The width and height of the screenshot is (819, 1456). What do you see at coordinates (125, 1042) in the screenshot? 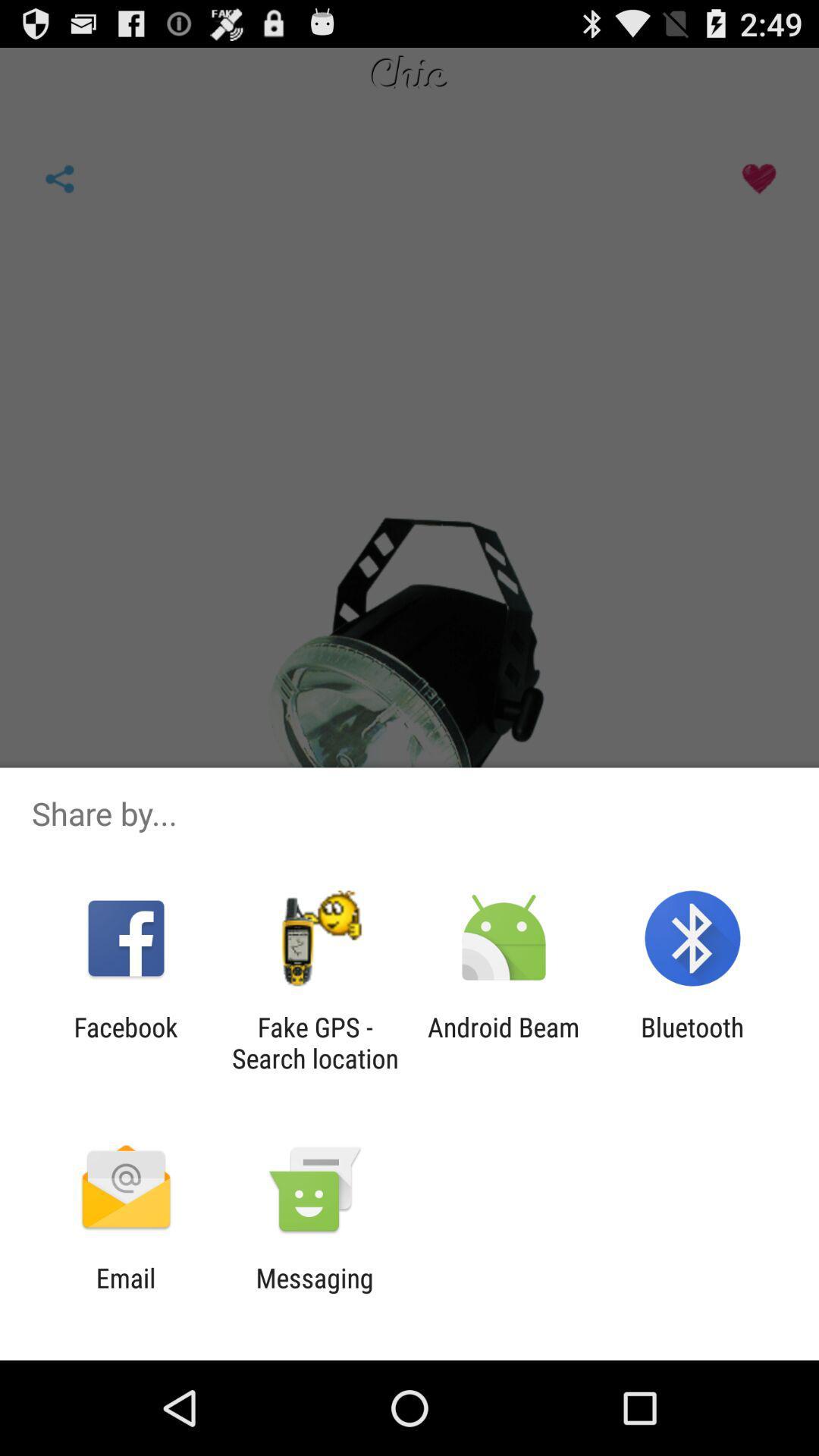
I see `the facebook app` at bounding box center [125, 1042].